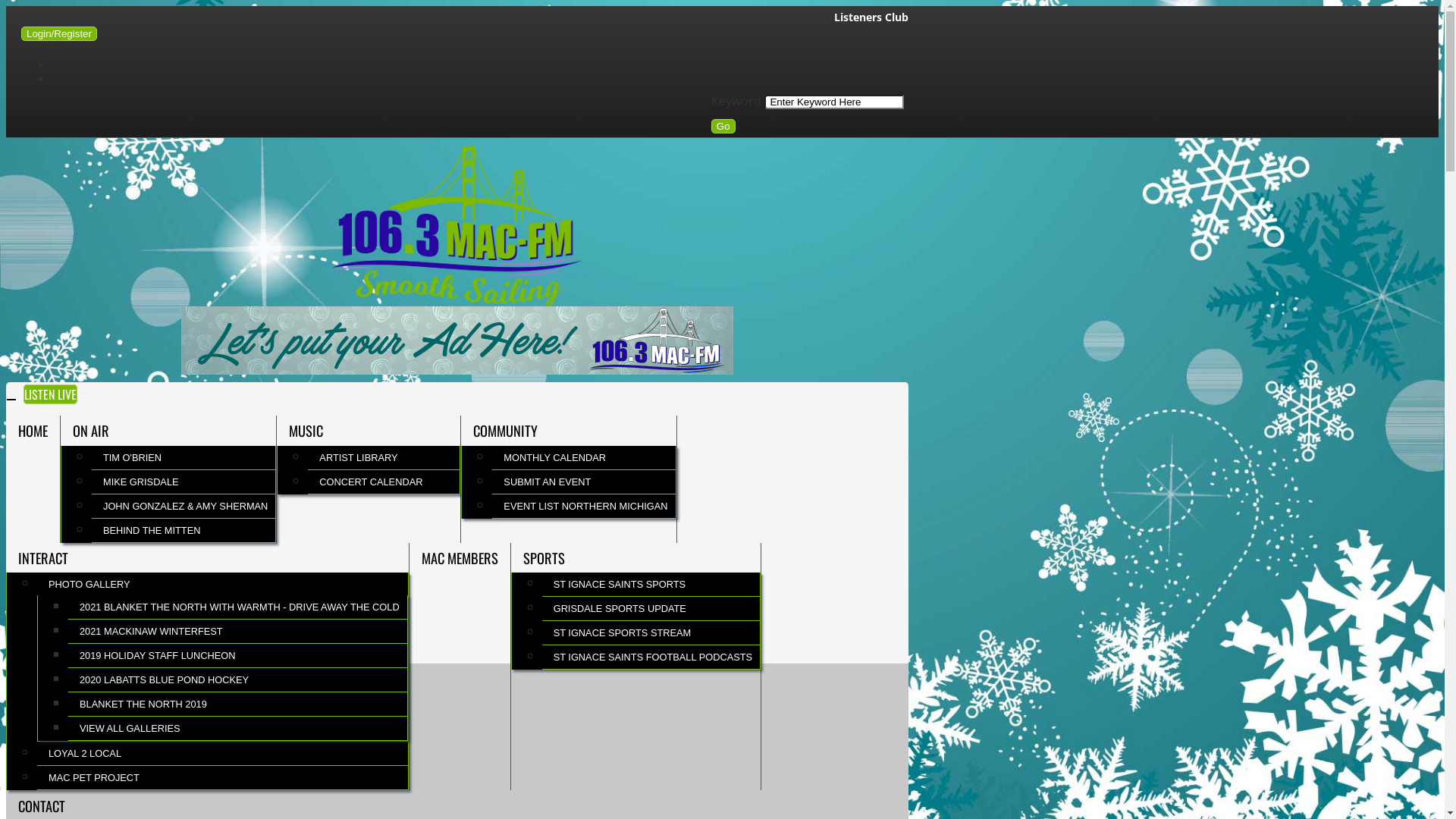 The image size is (1456, 819). Describe the element at coordinates (182, 457) in the screenshot. I see `'TIM O'BRIEN'` at that location.